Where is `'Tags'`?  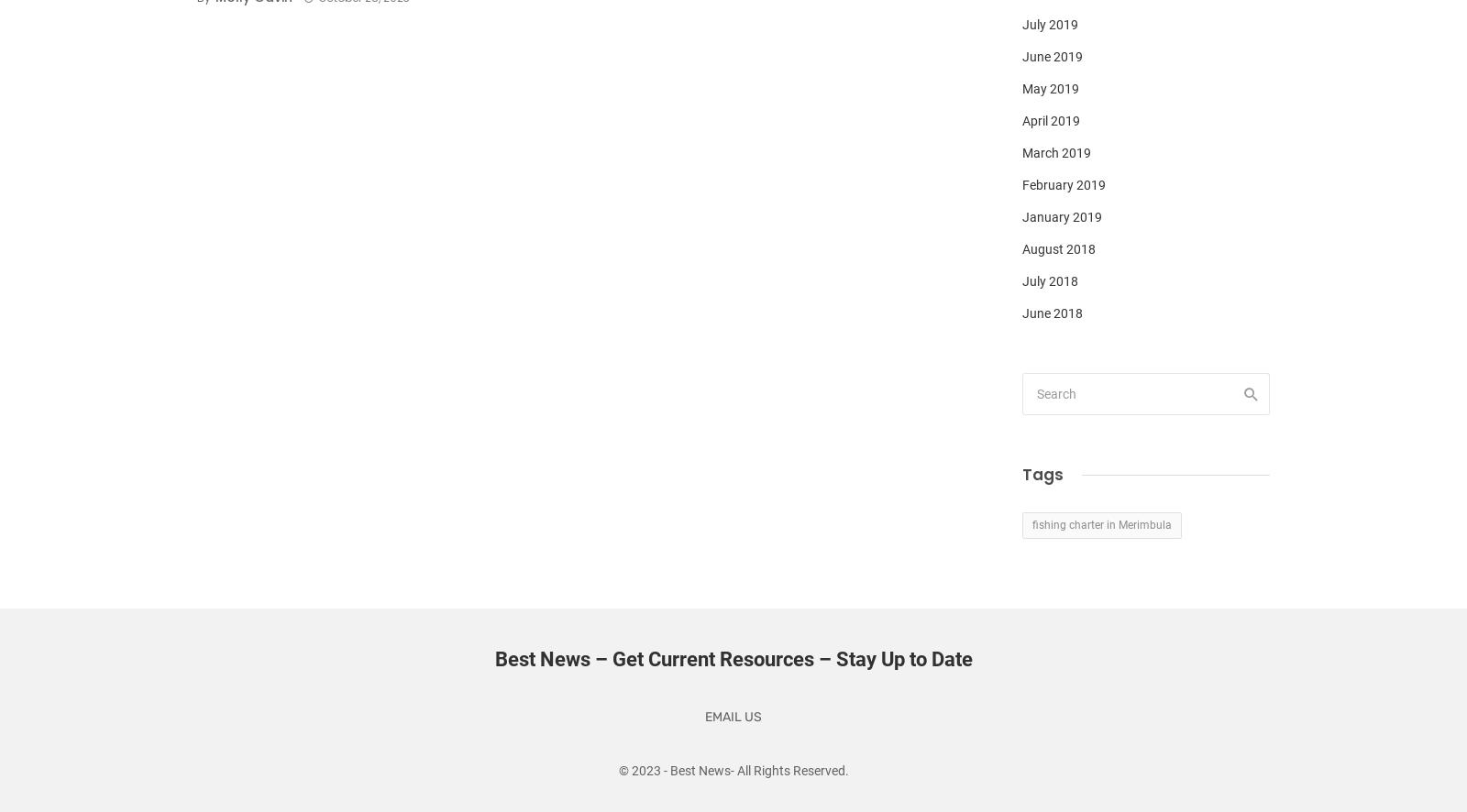
'Tags' is located at coordinates (1042, 474).